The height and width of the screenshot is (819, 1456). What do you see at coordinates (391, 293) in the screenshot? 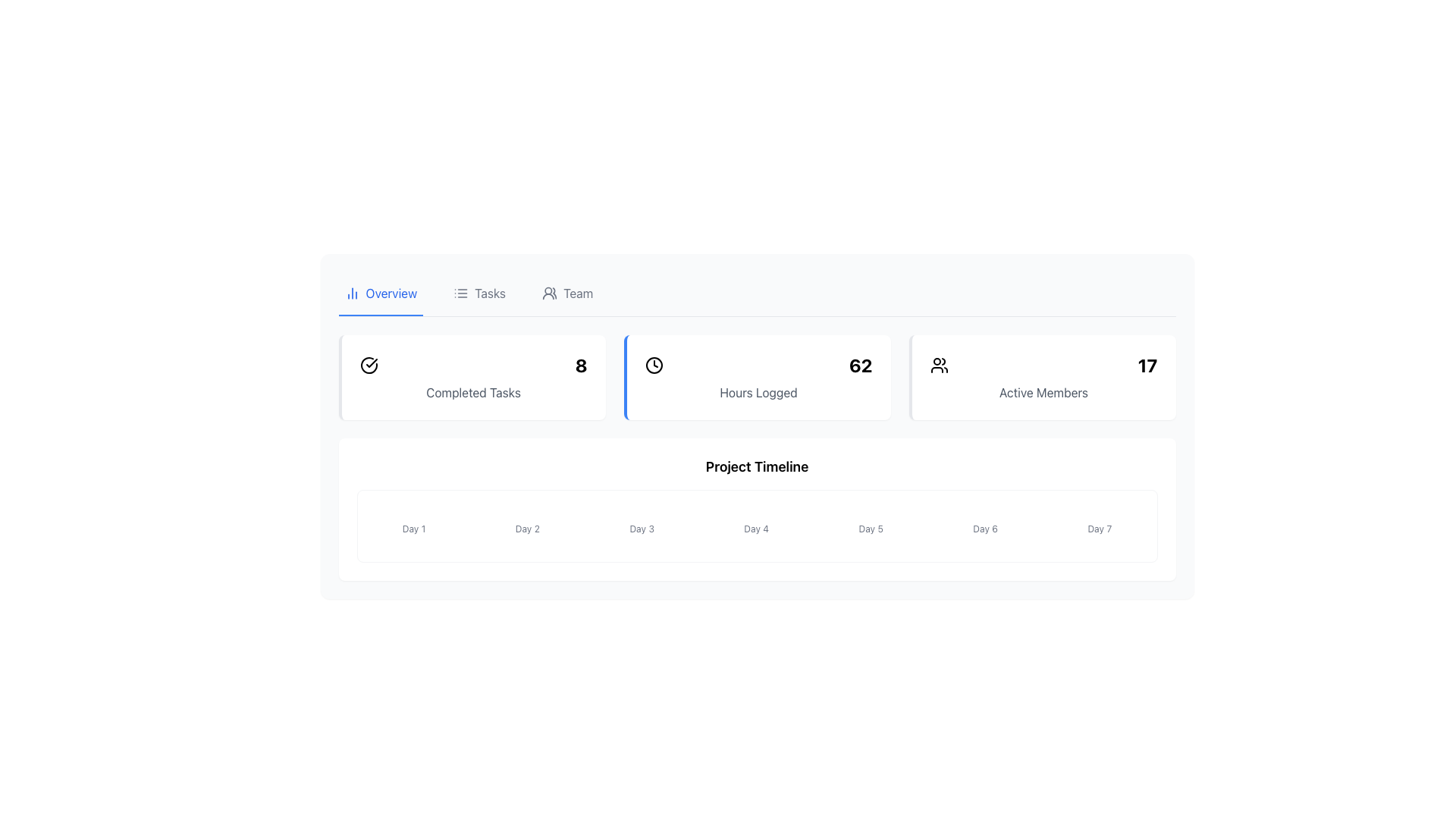
I see `the 'Overview' text label, which is displayed in blue color and aligned to the left of the header section` at bounding box center [391, 293].